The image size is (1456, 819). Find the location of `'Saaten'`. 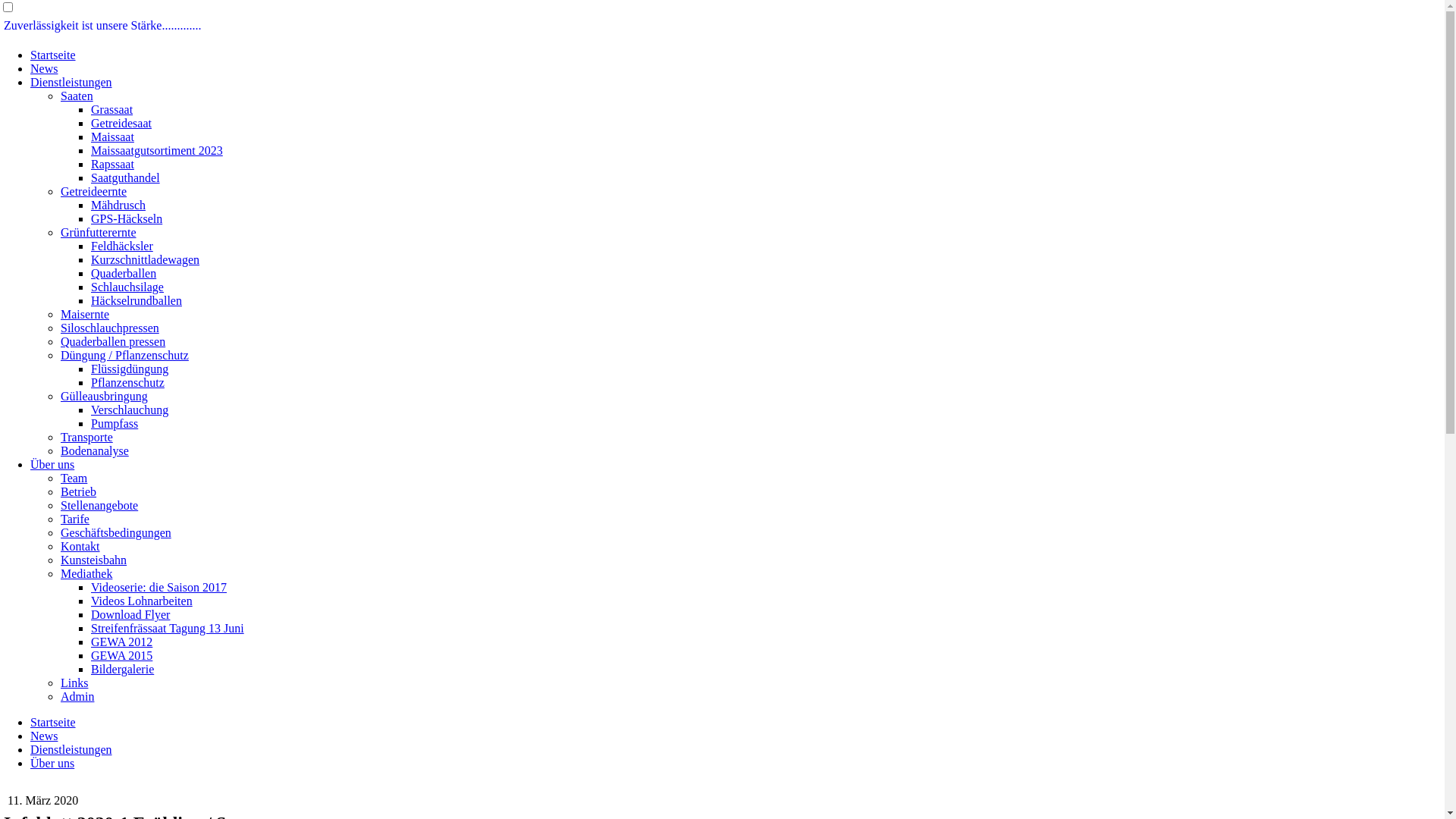

'Saaten' is located at coordinates (61, 96).